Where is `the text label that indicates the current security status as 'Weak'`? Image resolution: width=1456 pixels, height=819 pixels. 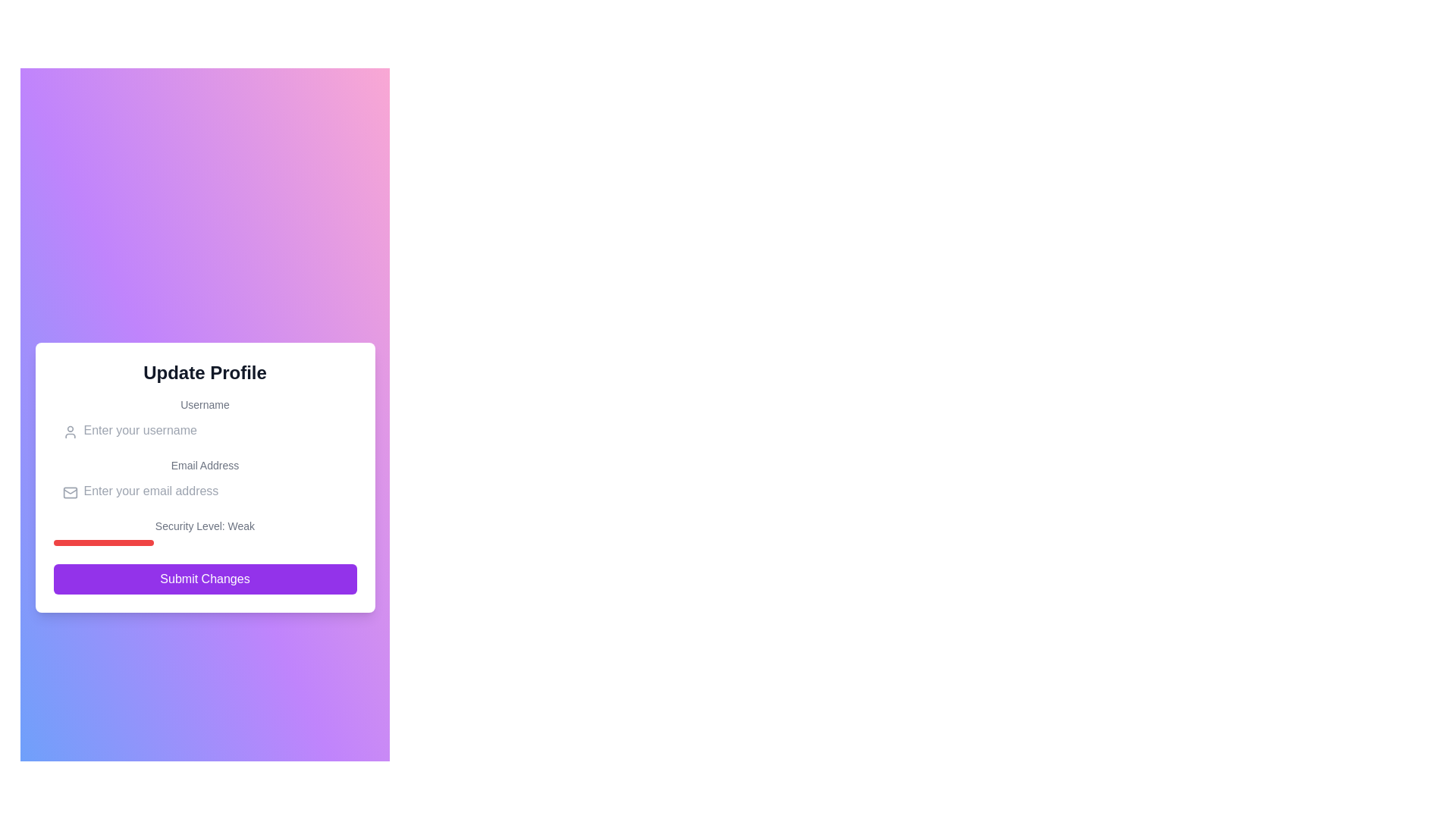
the text label that indicates the current security status as 'Weak' is located at coordinates (204, 526).